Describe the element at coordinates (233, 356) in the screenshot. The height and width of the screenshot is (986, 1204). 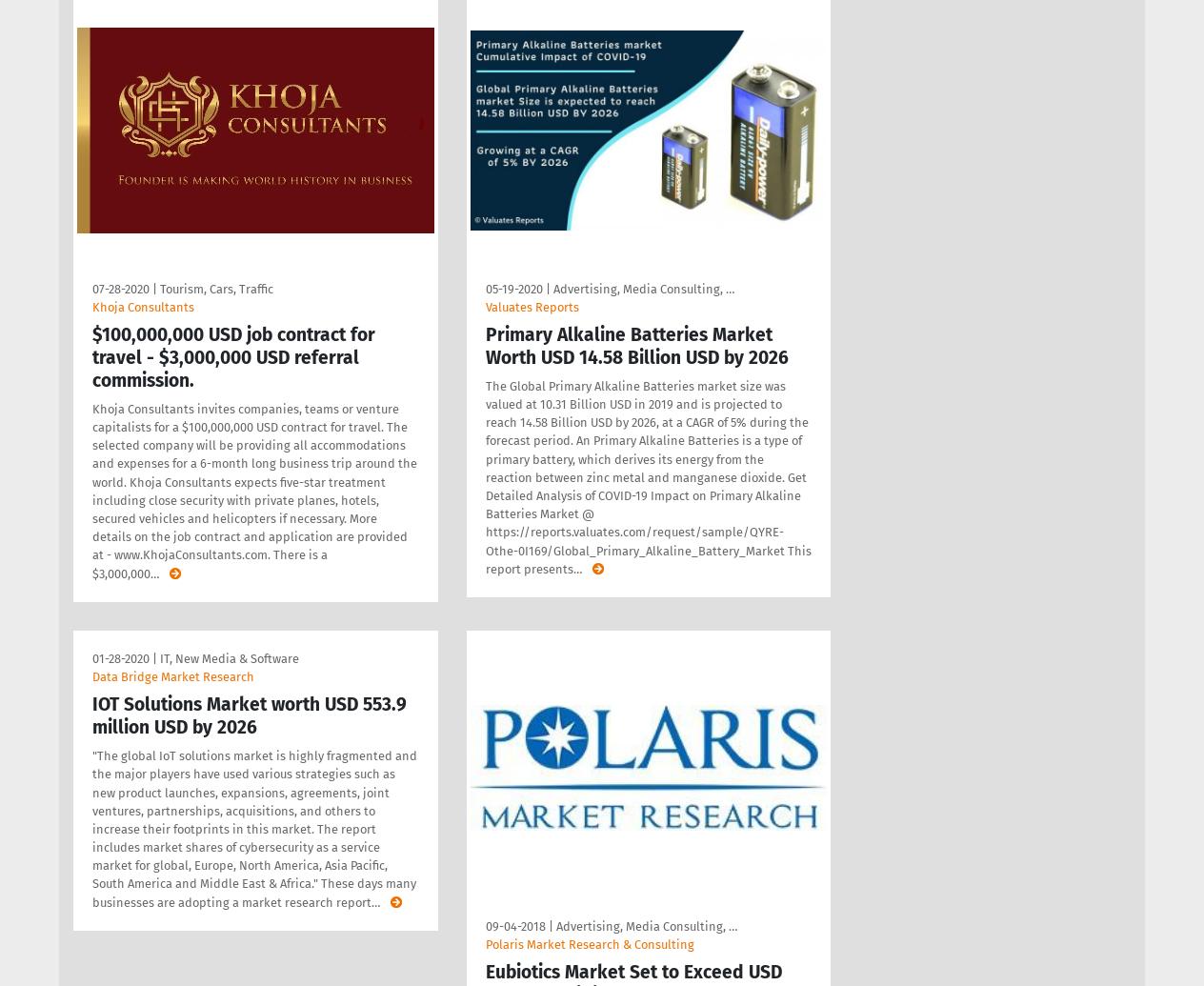
I see `'$100,000,000 USD job contract for travel - $3,000,000 USD referral commission.'` at that location.